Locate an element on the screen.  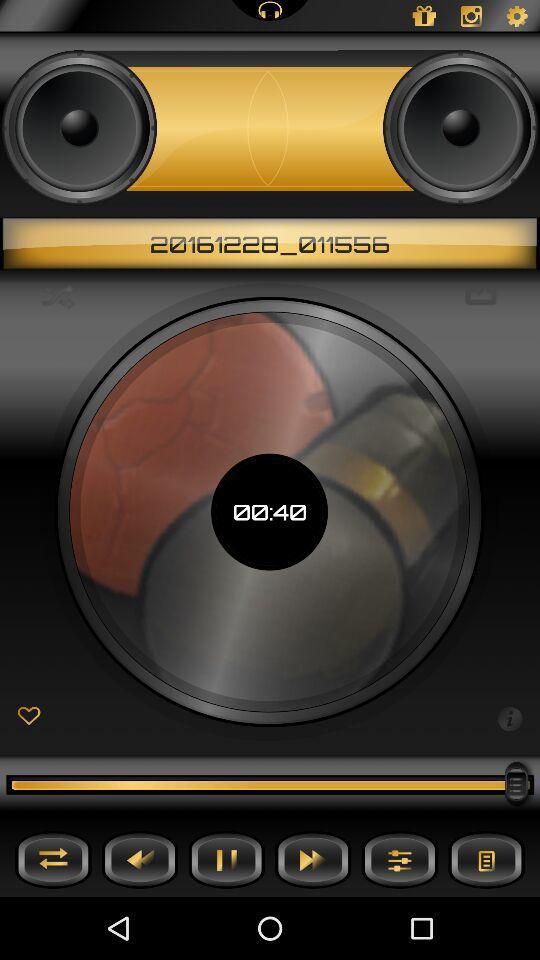
used to go fast forward is located at coordinates (313, 858).